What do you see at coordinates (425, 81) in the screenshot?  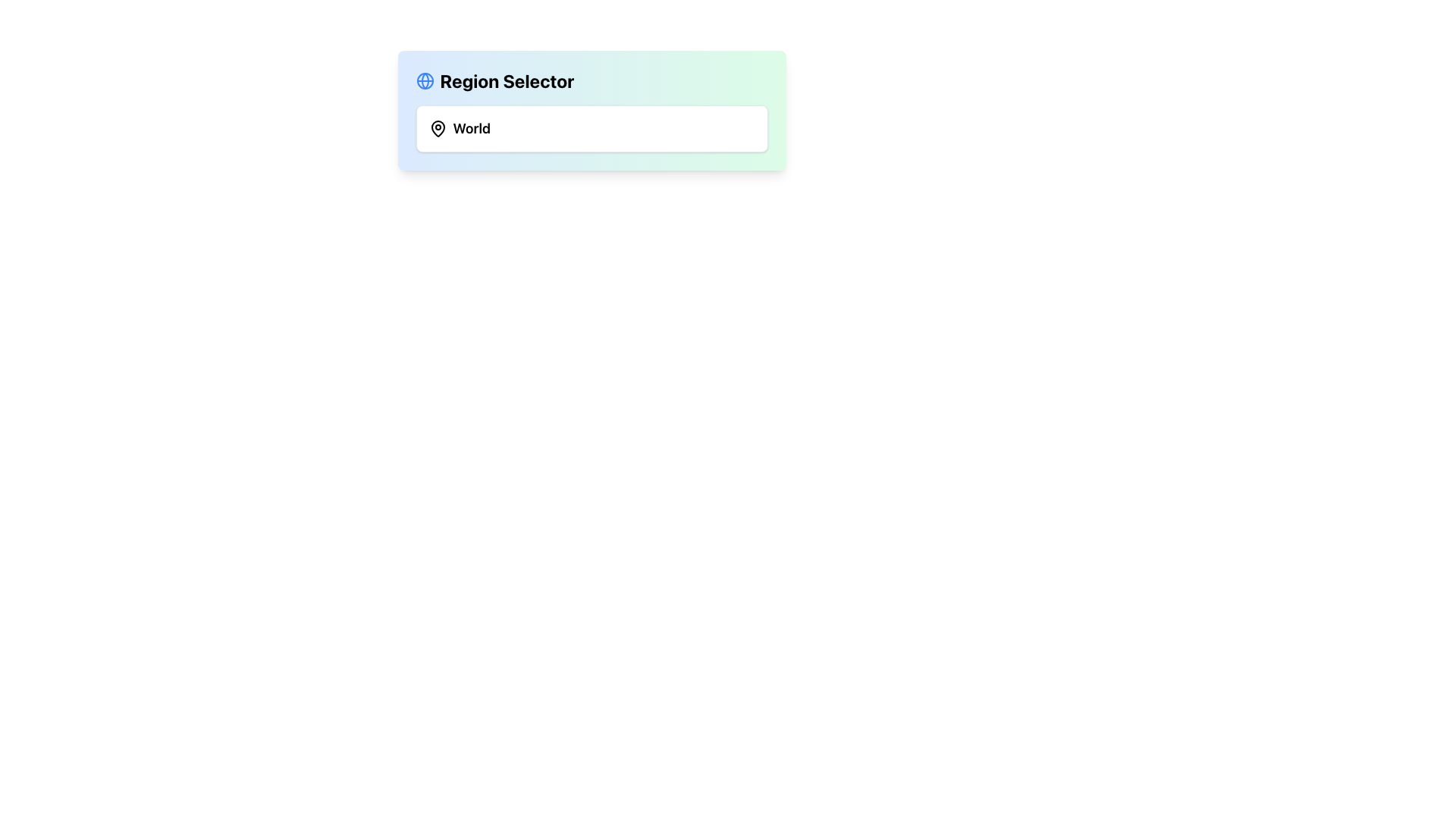 I see `the blue globe icon representing a global concept, located at the leftmost end of the 'Region Selector' title bar` at bounding box center [425, 81].